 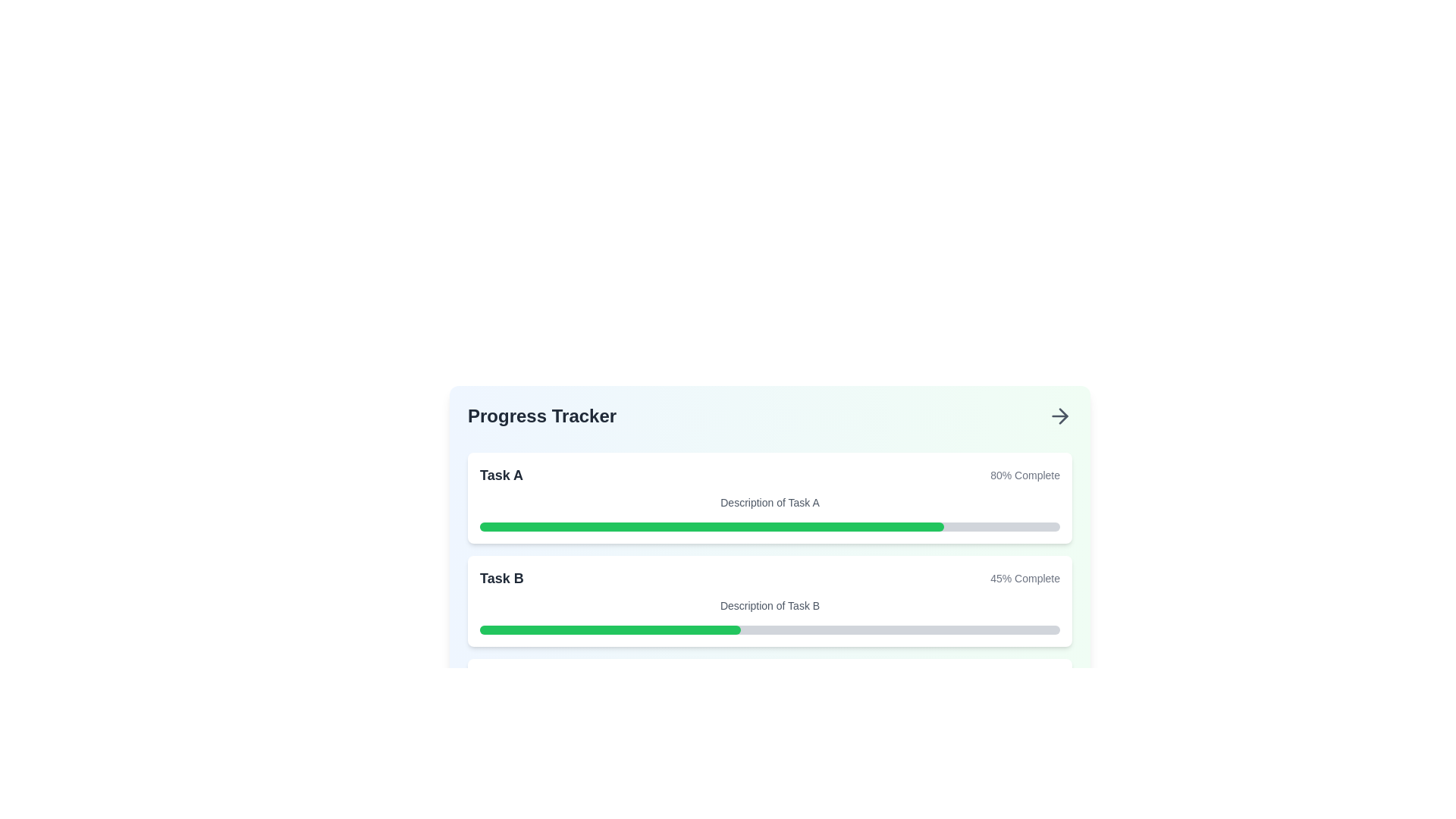 What do you see at coordinates (770, 604) in the screenshot?
I see `the text label providing details about 'Task B', located below the title and above the progress bar` at bounding box center [770, 604].